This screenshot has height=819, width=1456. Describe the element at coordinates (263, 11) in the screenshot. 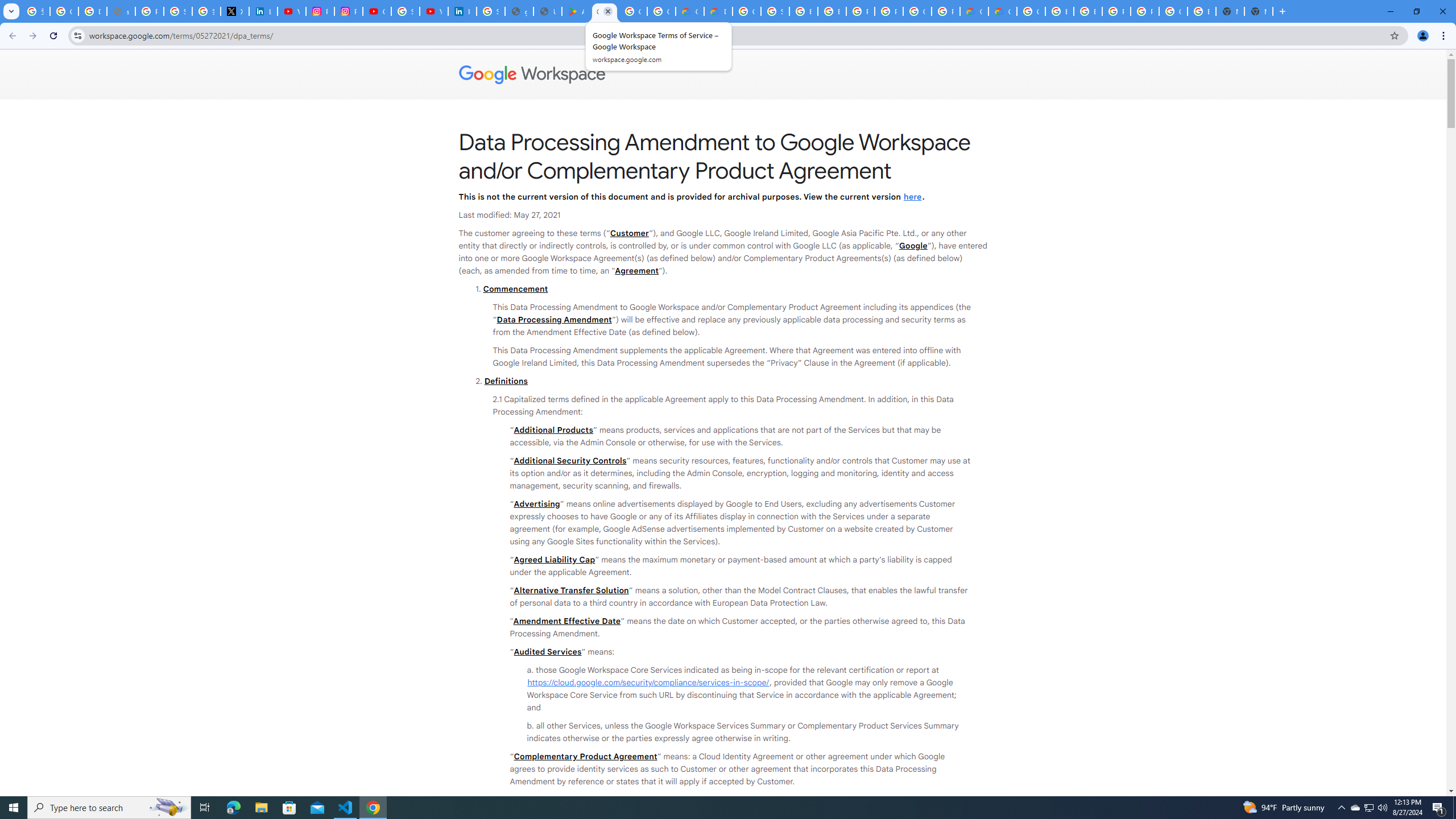

I see `'LinkedIn Privacy Policy'` at that location.